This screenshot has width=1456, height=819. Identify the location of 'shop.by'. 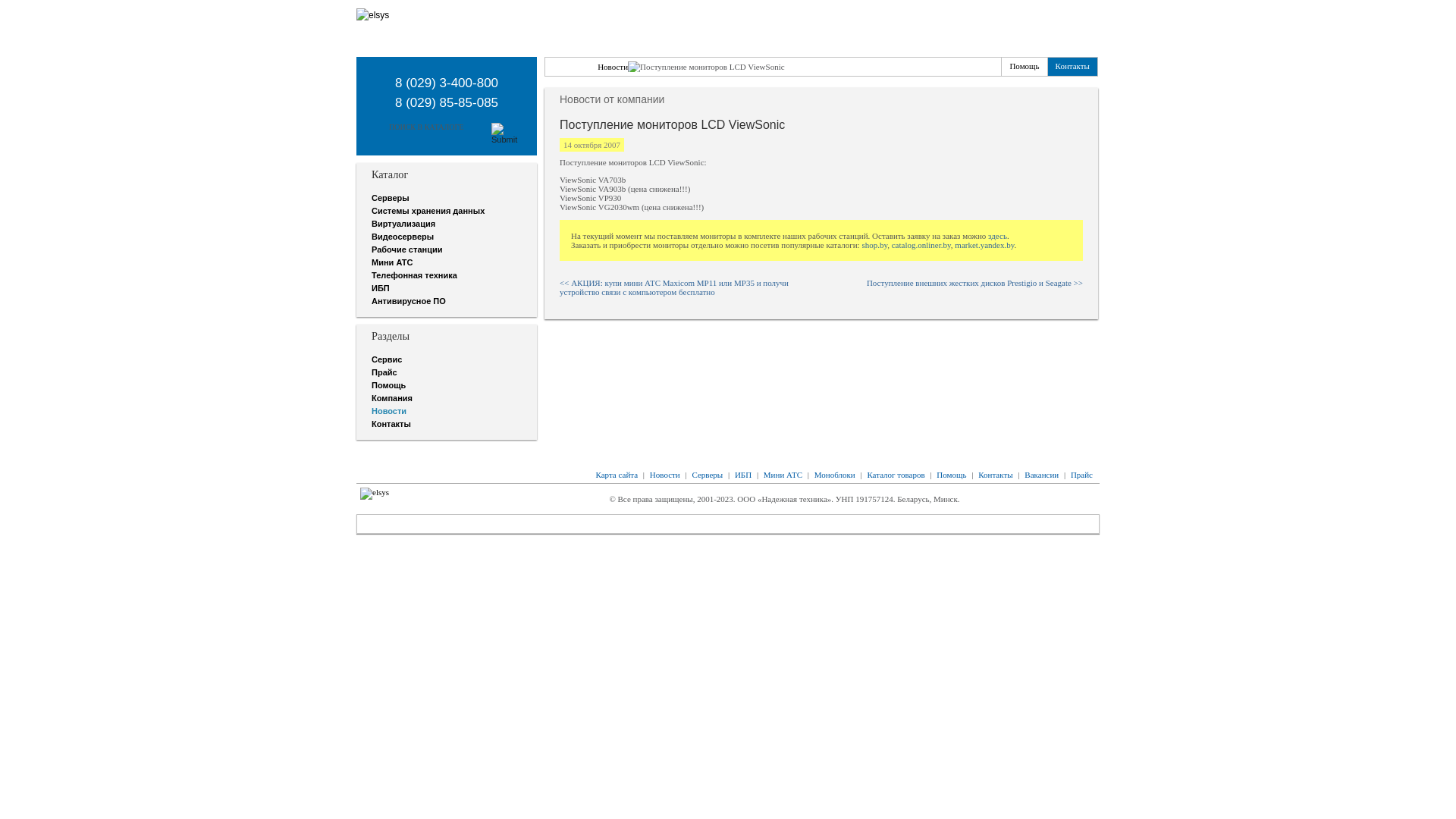
(874, 244).